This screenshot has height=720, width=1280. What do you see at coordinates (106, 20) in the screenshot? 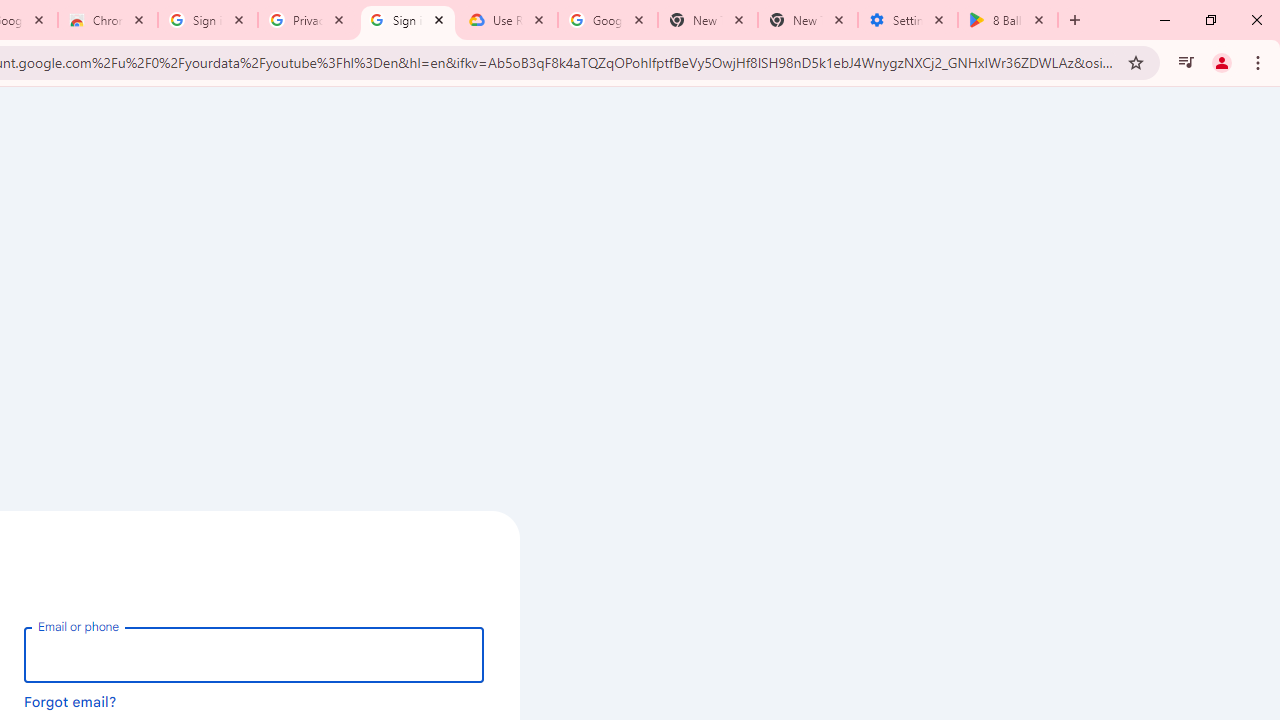
I see `'Chrome Web Store - Color themes by Chrome'` at bounding box center [106, 20].